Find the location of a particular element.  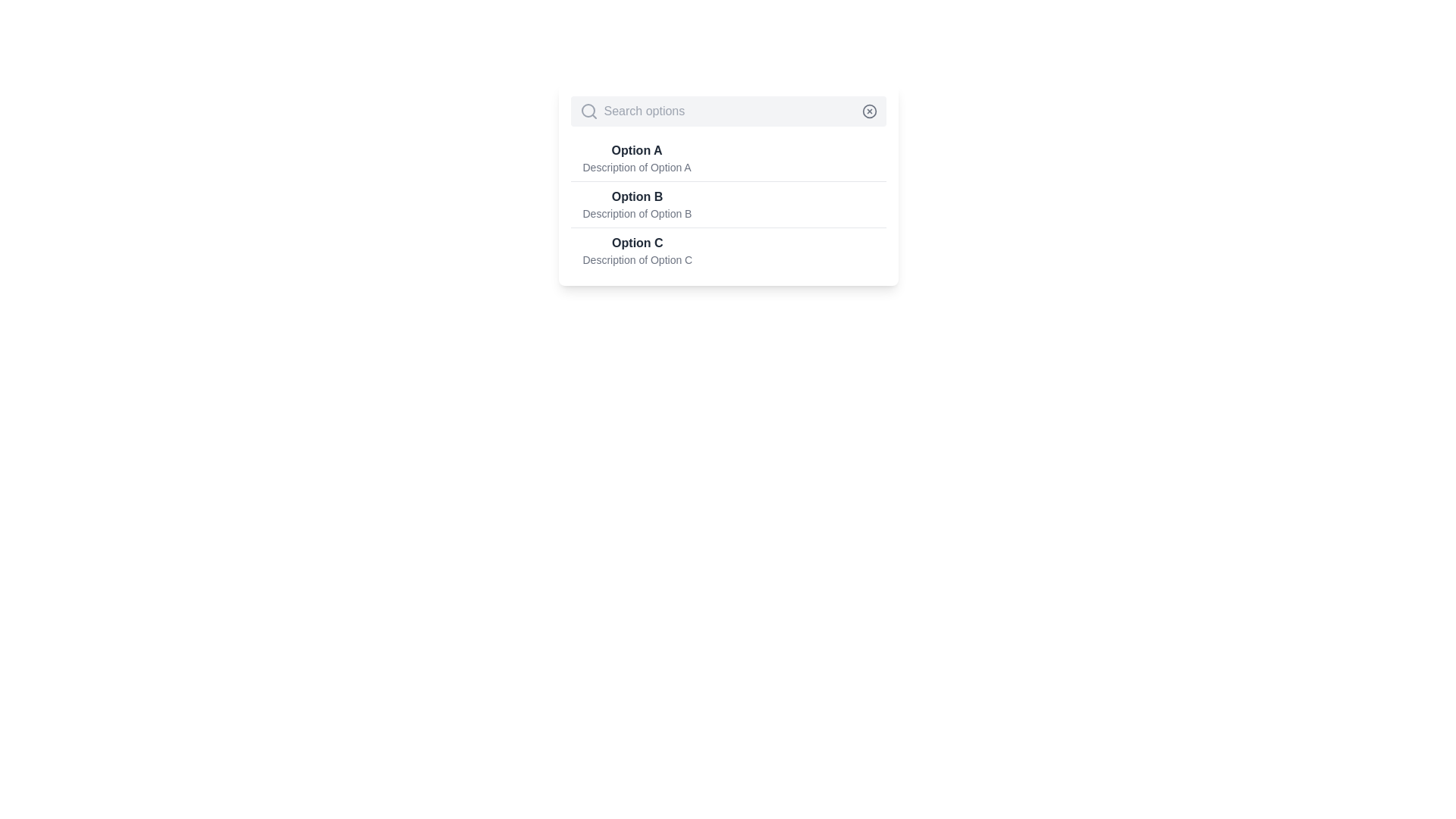

the magnifying glass icon, which represents search functionality, located on the left side of the dropdown menu's horizontal bar is located at coordinates (588, 110).